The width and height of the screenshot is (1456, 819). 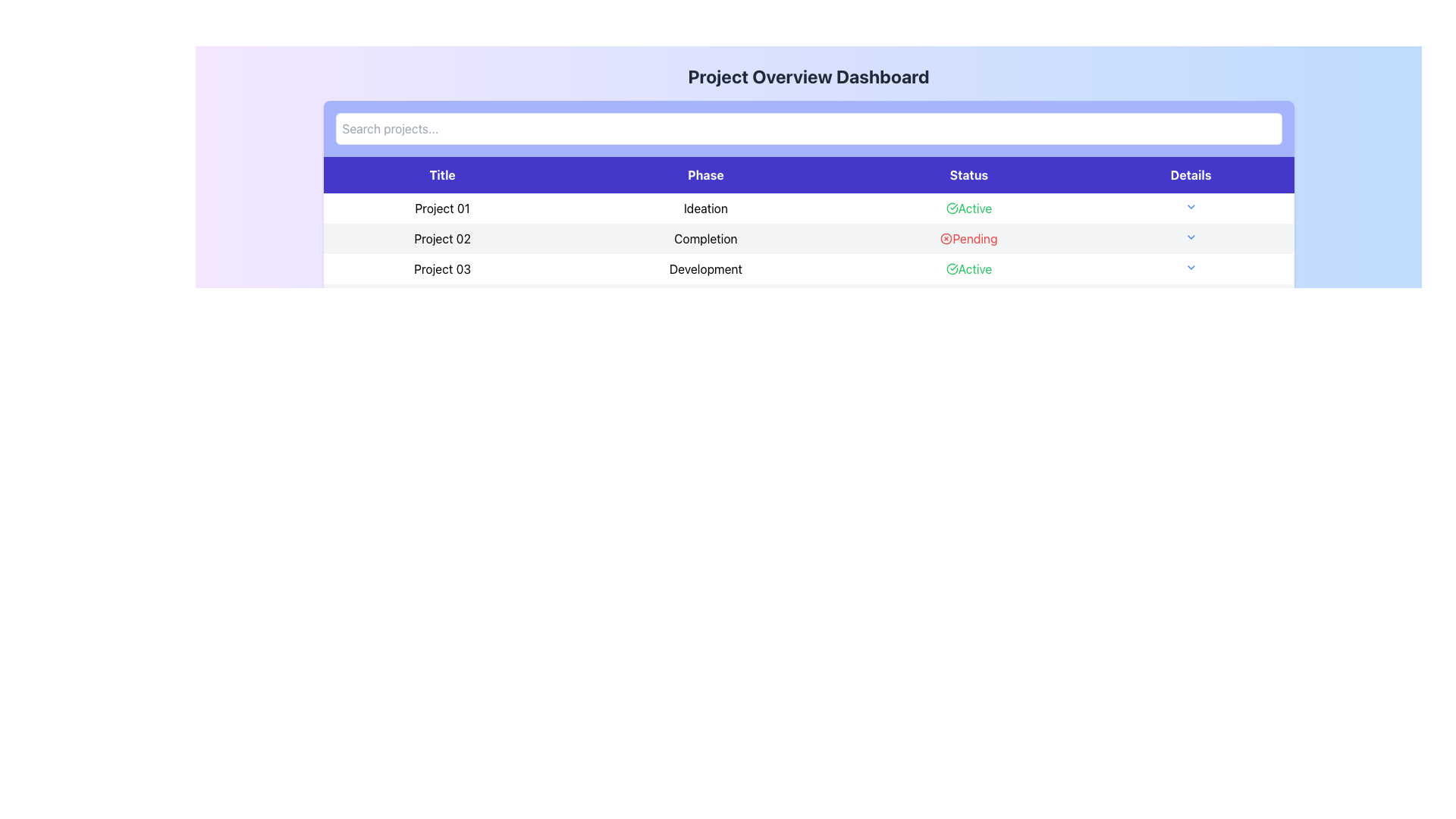 What do you see at coordinates (1190, 208) in the screenshot?
I see `the Dropdown toggle button in the 'Details' column for 'Project 01'` at bounding box center [1190, 208].